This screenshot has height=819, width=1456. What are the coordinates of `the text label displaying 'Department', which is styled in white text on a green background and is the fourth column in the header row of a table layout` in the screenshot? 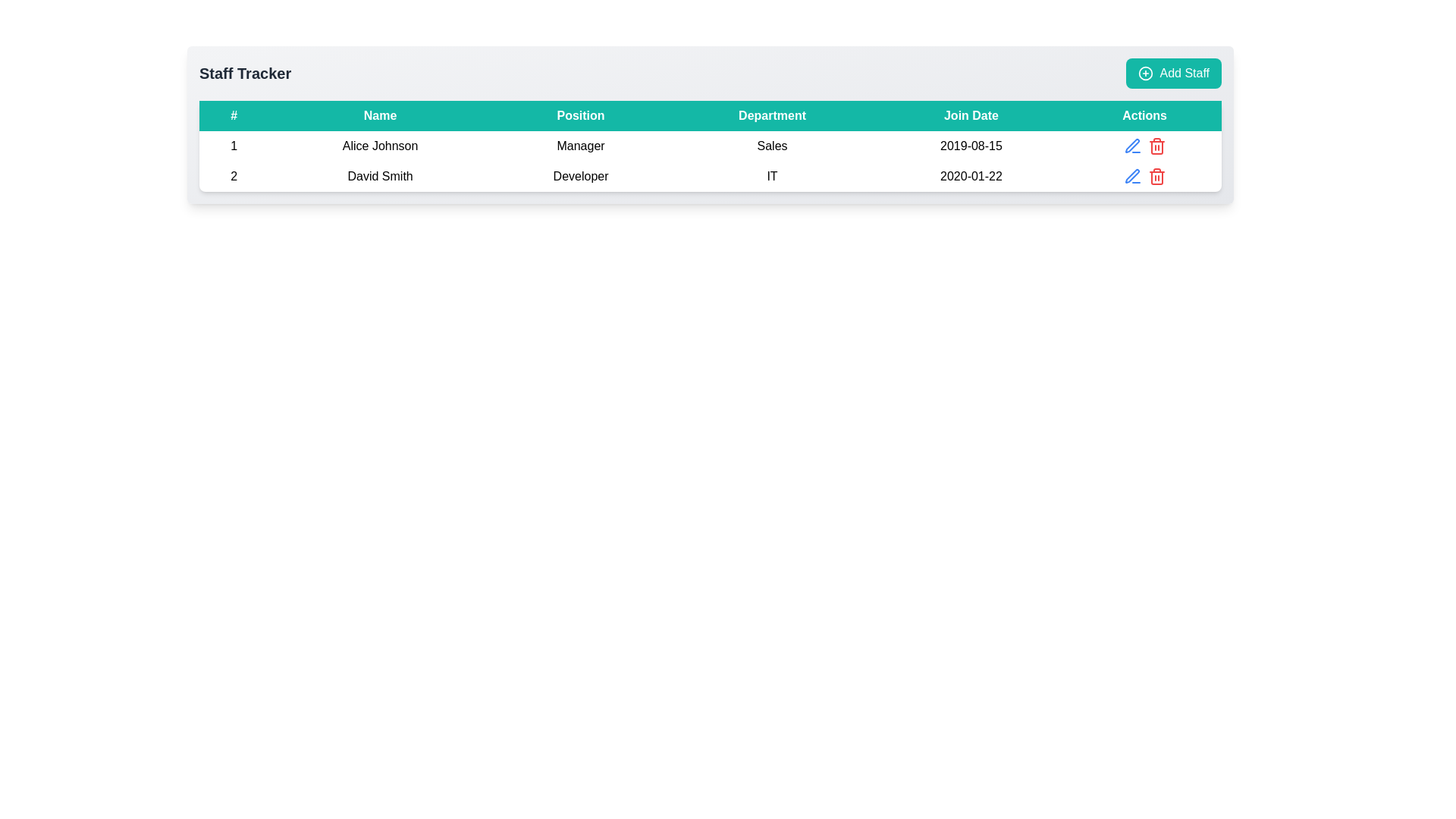 It's located at (772, 115).